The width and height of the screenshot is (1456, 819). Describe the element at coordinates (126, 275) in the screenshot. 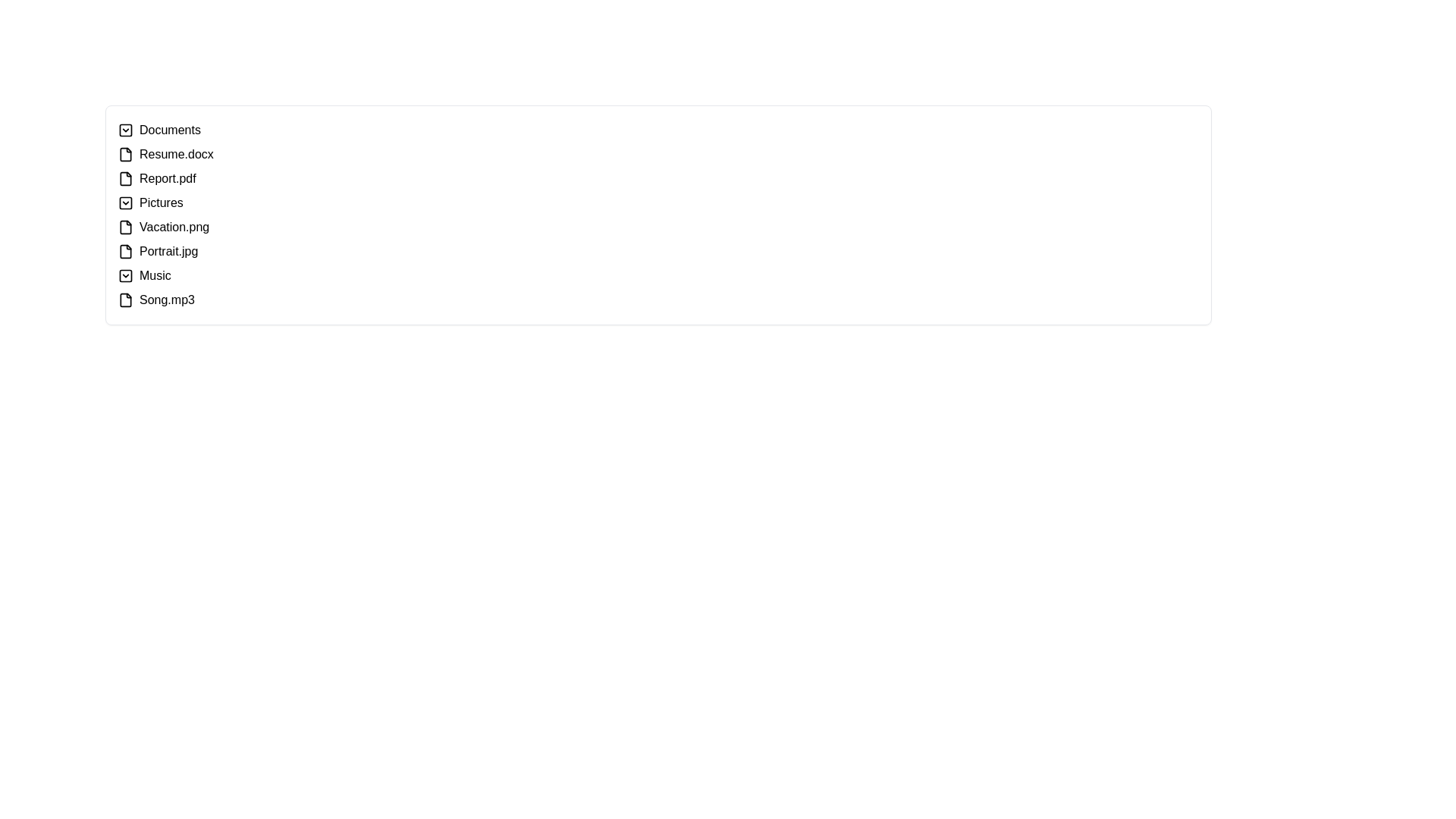

I see `the collapsible 'square-chevron-down' icon located near the 'Music' entry in the file list` at that location.